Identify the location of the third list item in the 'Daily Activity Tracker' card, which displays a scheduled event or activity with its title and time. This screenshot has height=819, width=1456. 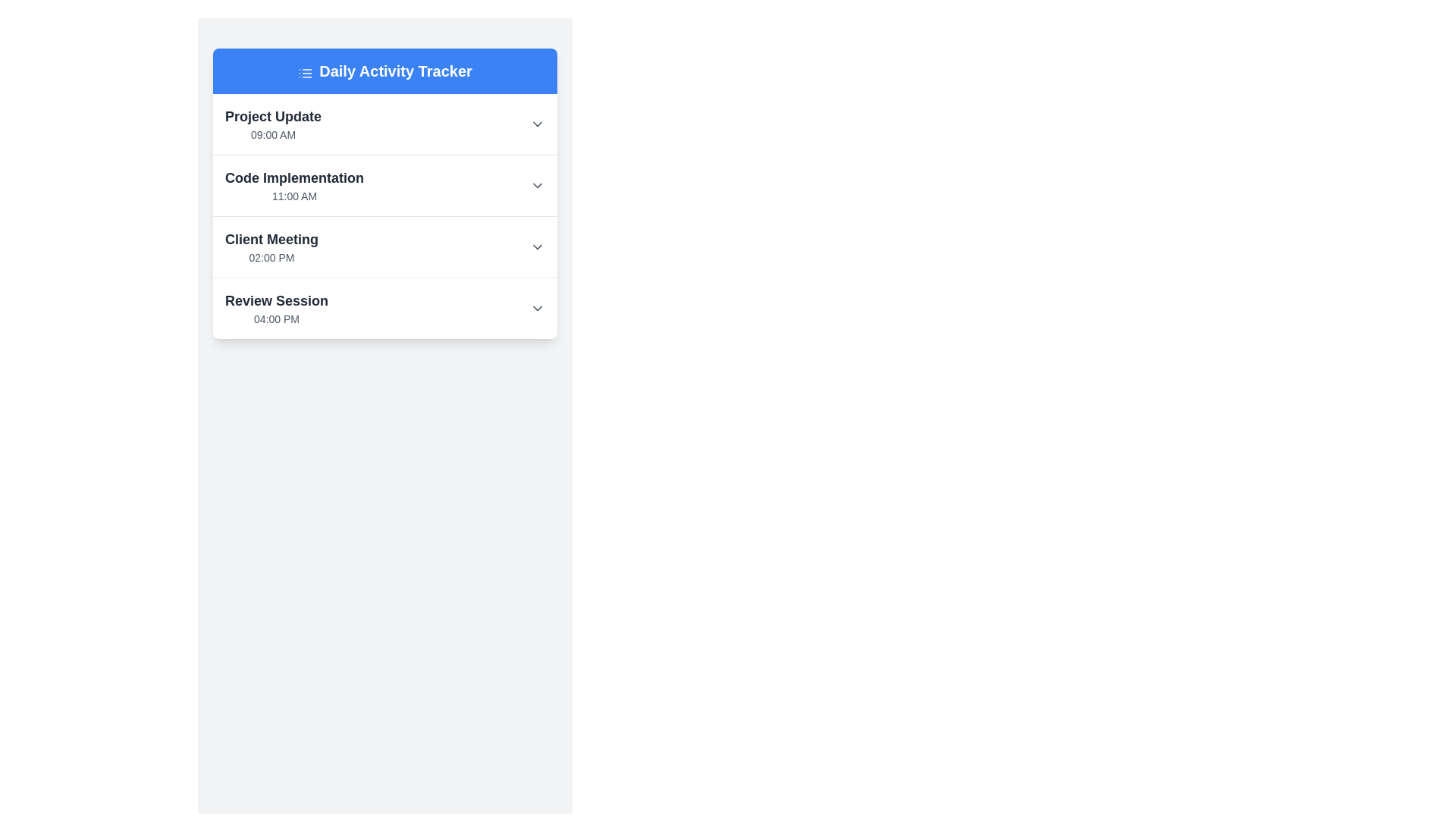
(271, 246).